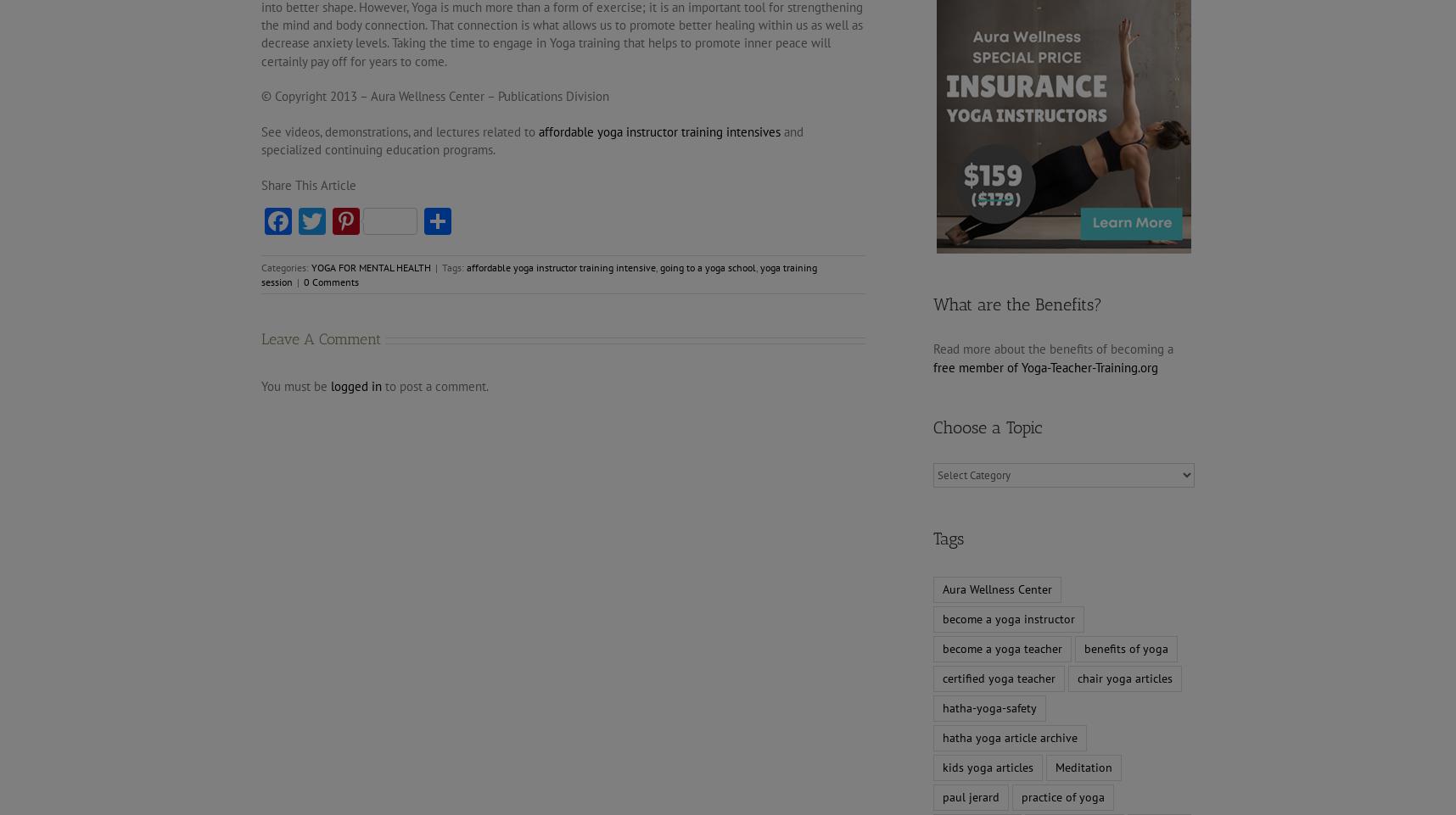  Describe the element at coordinates (947, 539) in the screenshot. I see `'Tags'` at that location.